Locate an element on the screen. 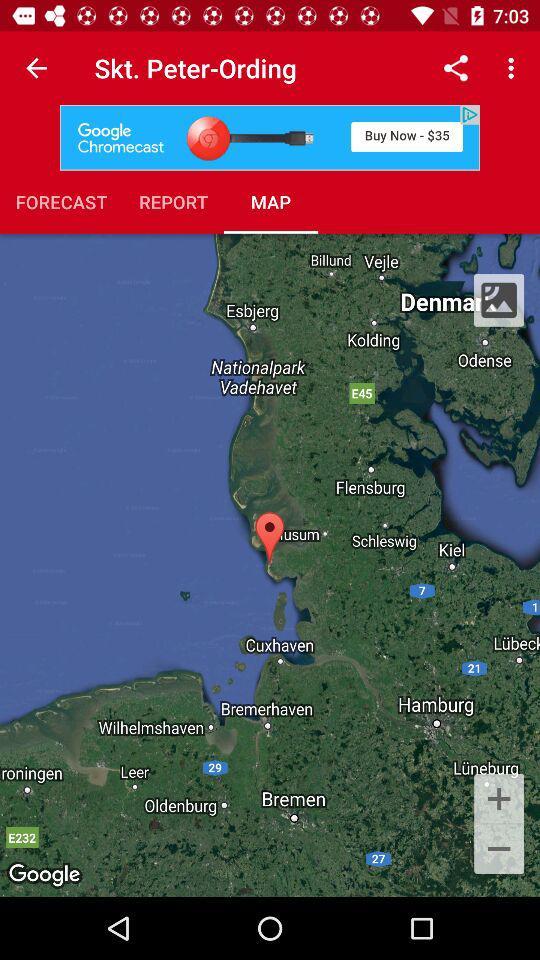  item above forecast item is located at coordinates (270, 136).